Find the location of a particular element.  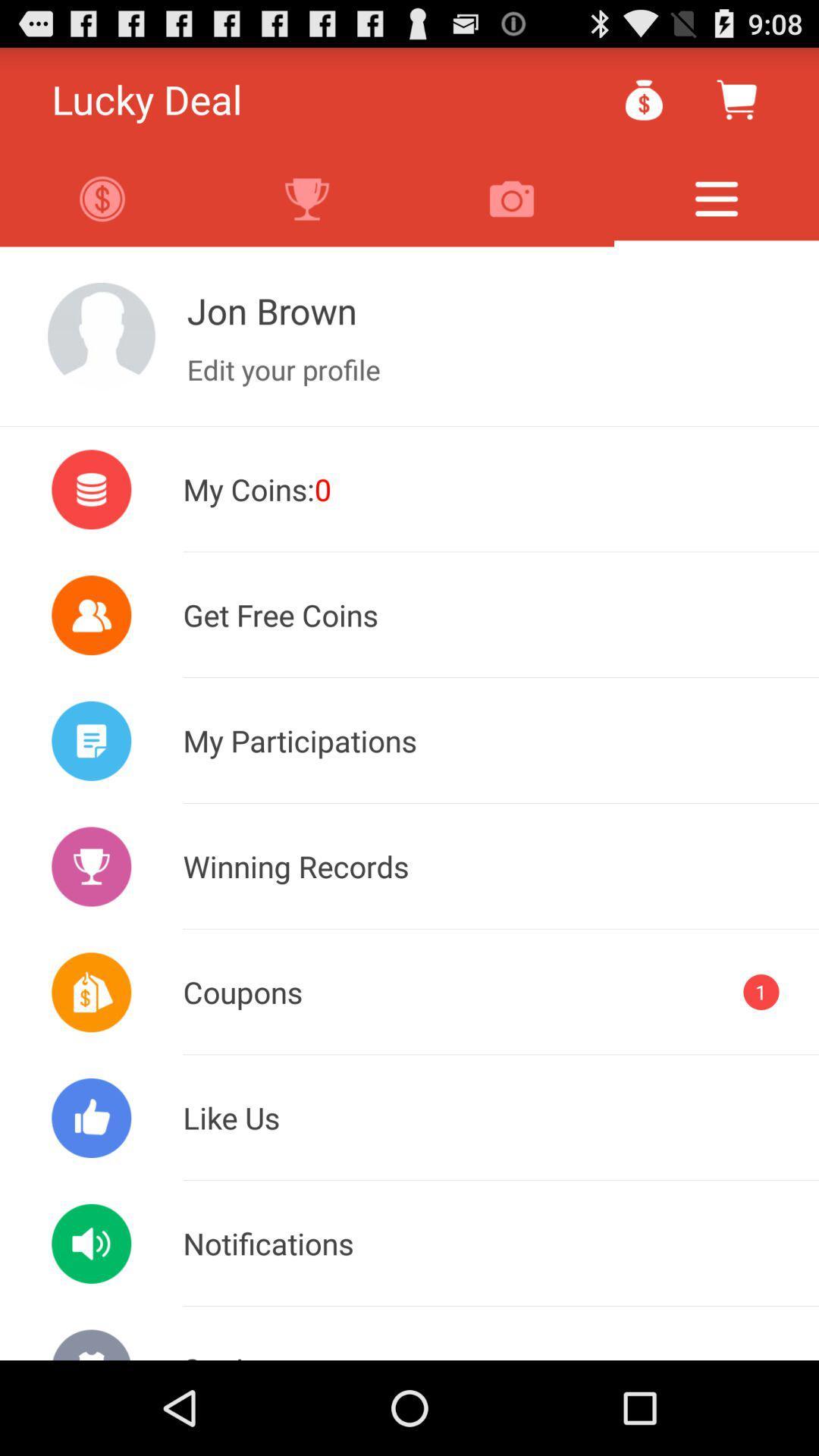

purchase is located at coordinates (736, 99).